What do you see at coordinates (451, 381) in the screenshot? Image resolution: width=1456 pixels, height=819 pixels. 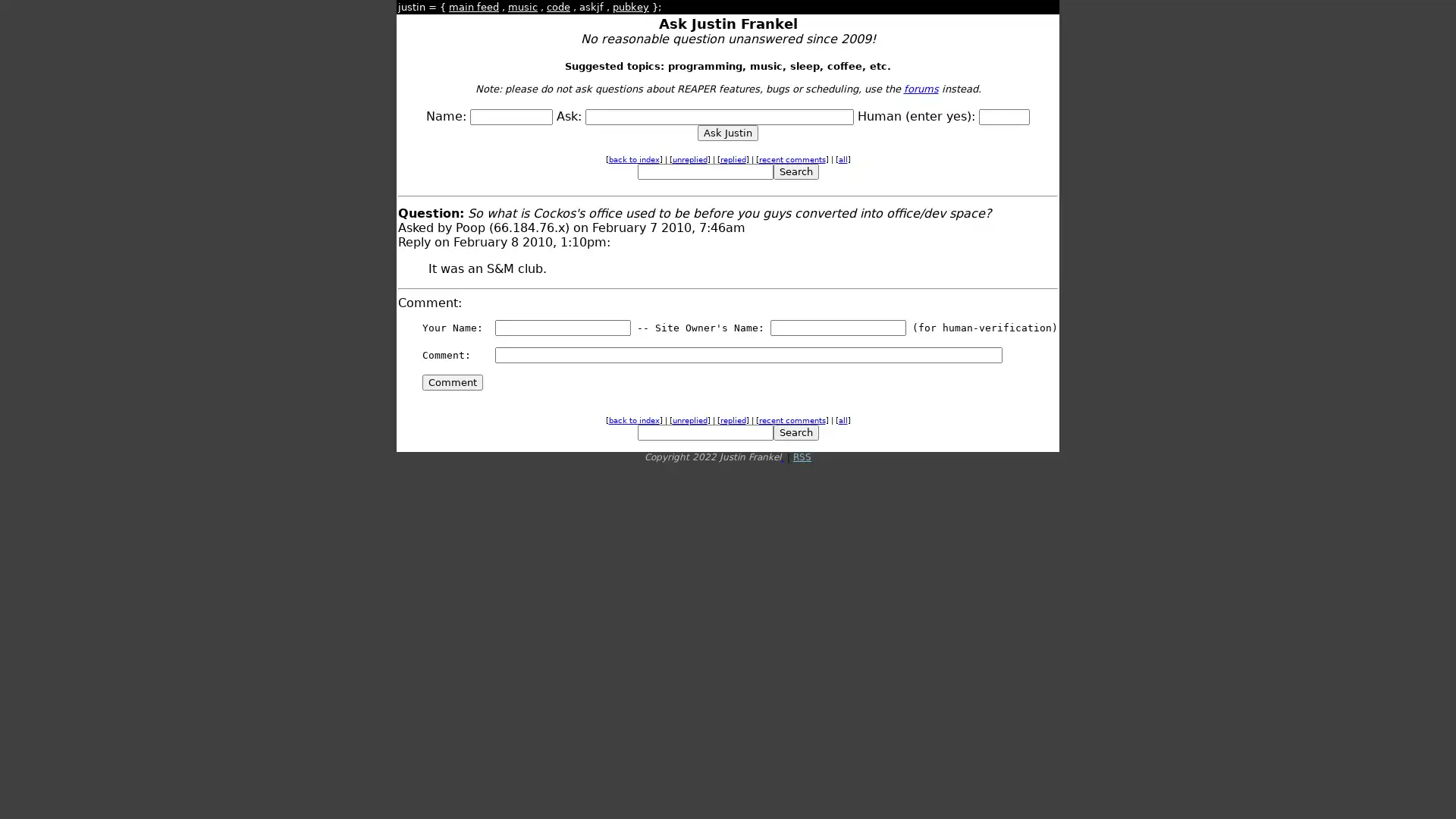 I see `Comment` at bounding box center [451, 381].